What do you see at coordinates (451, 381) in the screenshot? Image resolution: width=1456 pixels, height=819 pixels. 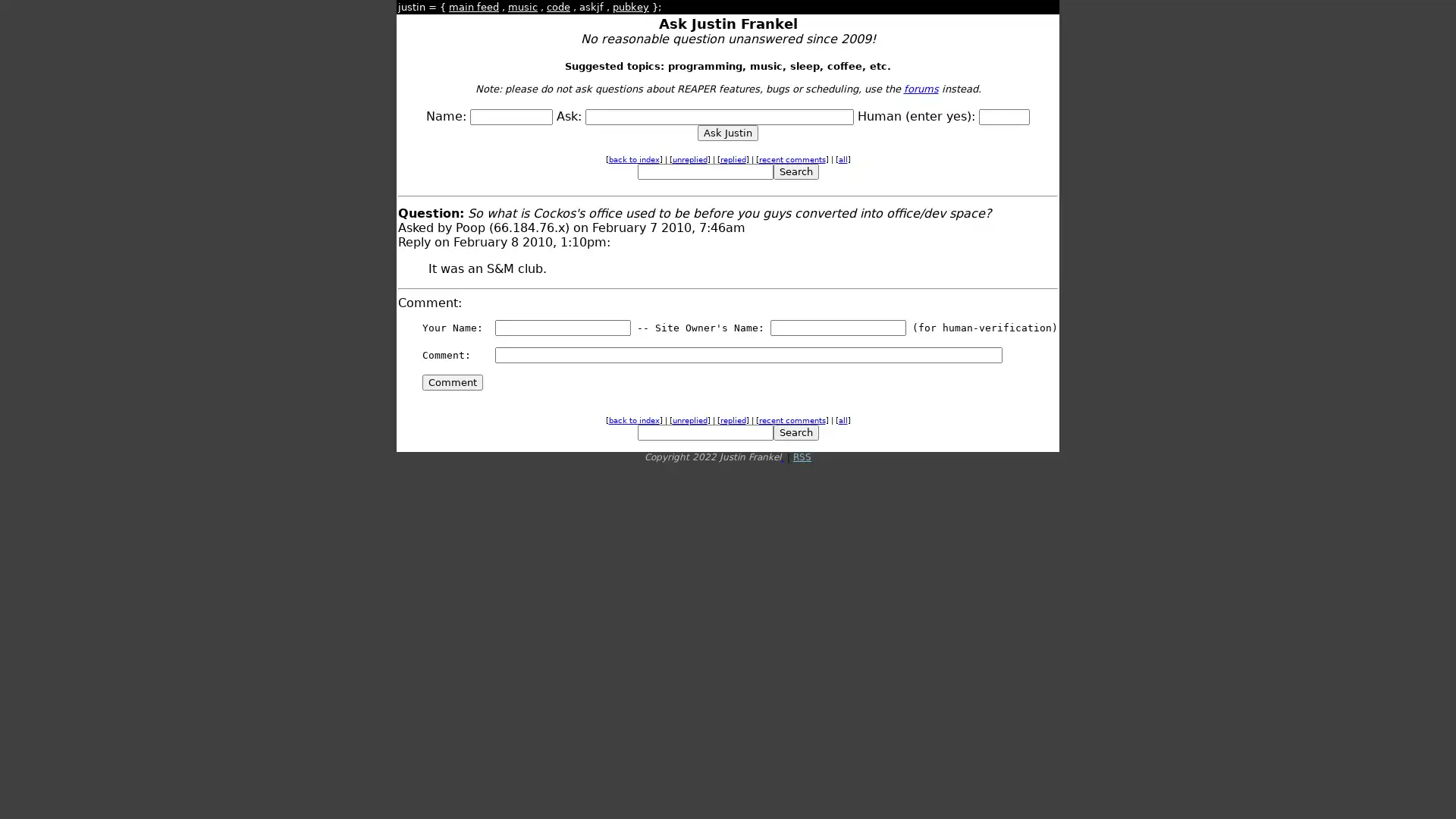 I see `Comment` at bounding box center [451, 381].